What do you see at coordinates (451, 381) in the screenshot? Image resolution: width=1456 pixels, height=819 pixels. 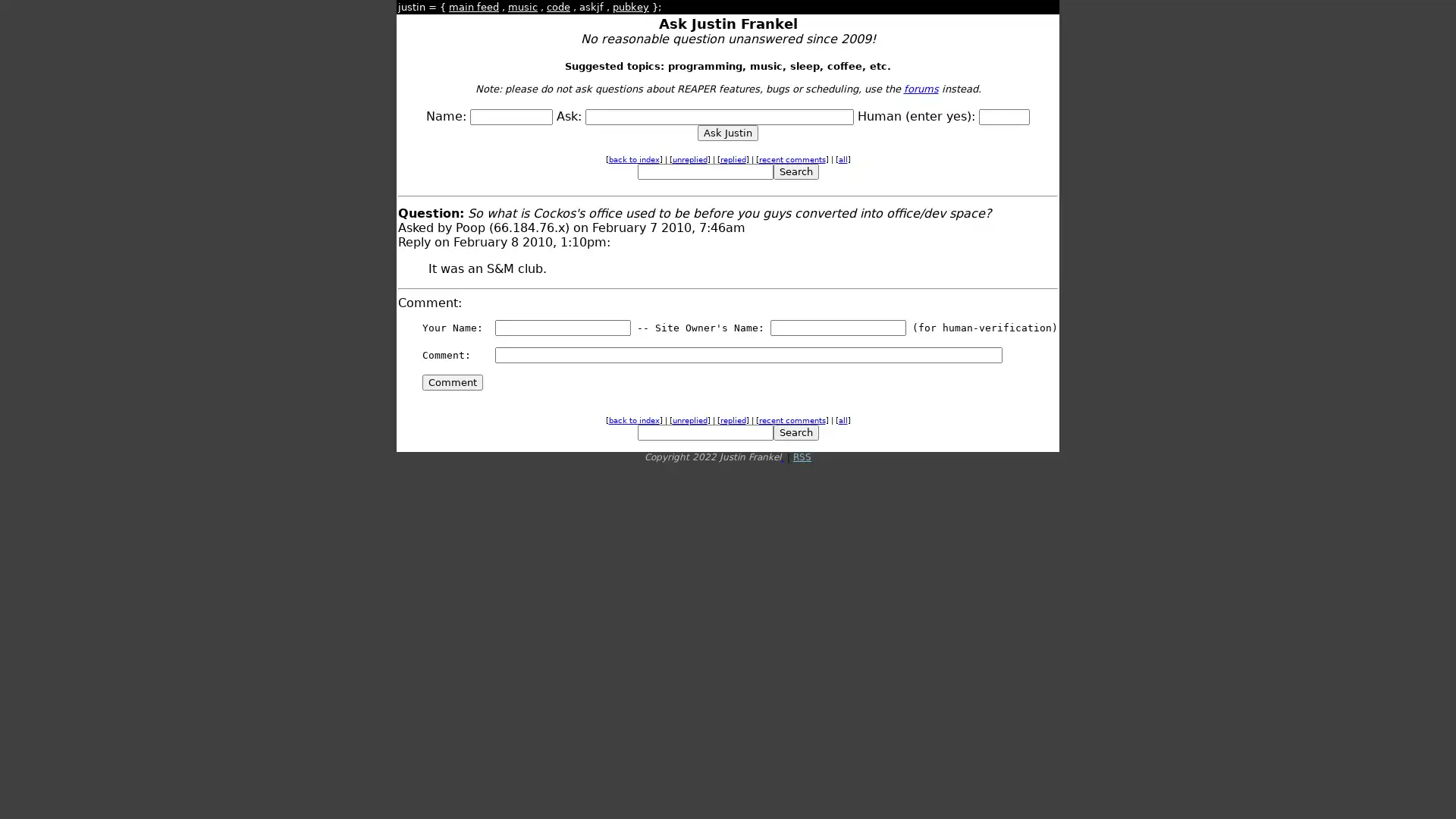 I see `Comment` at bounding box center [451, 381].